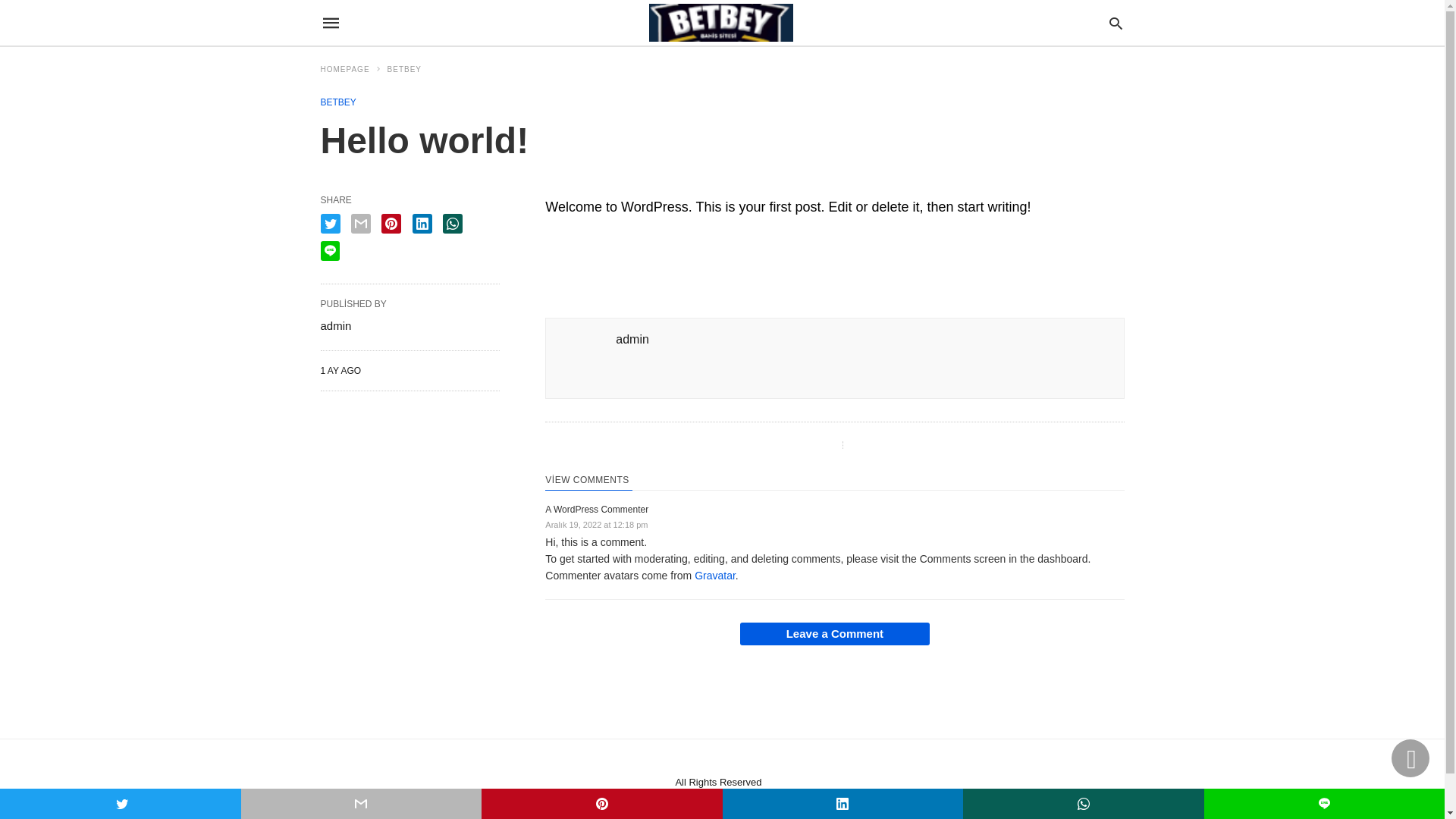 This screenshot has height=819, width=1456. Describe the element at coordinates (328, 250) in the screenshot. I see `'line share'` at that location.